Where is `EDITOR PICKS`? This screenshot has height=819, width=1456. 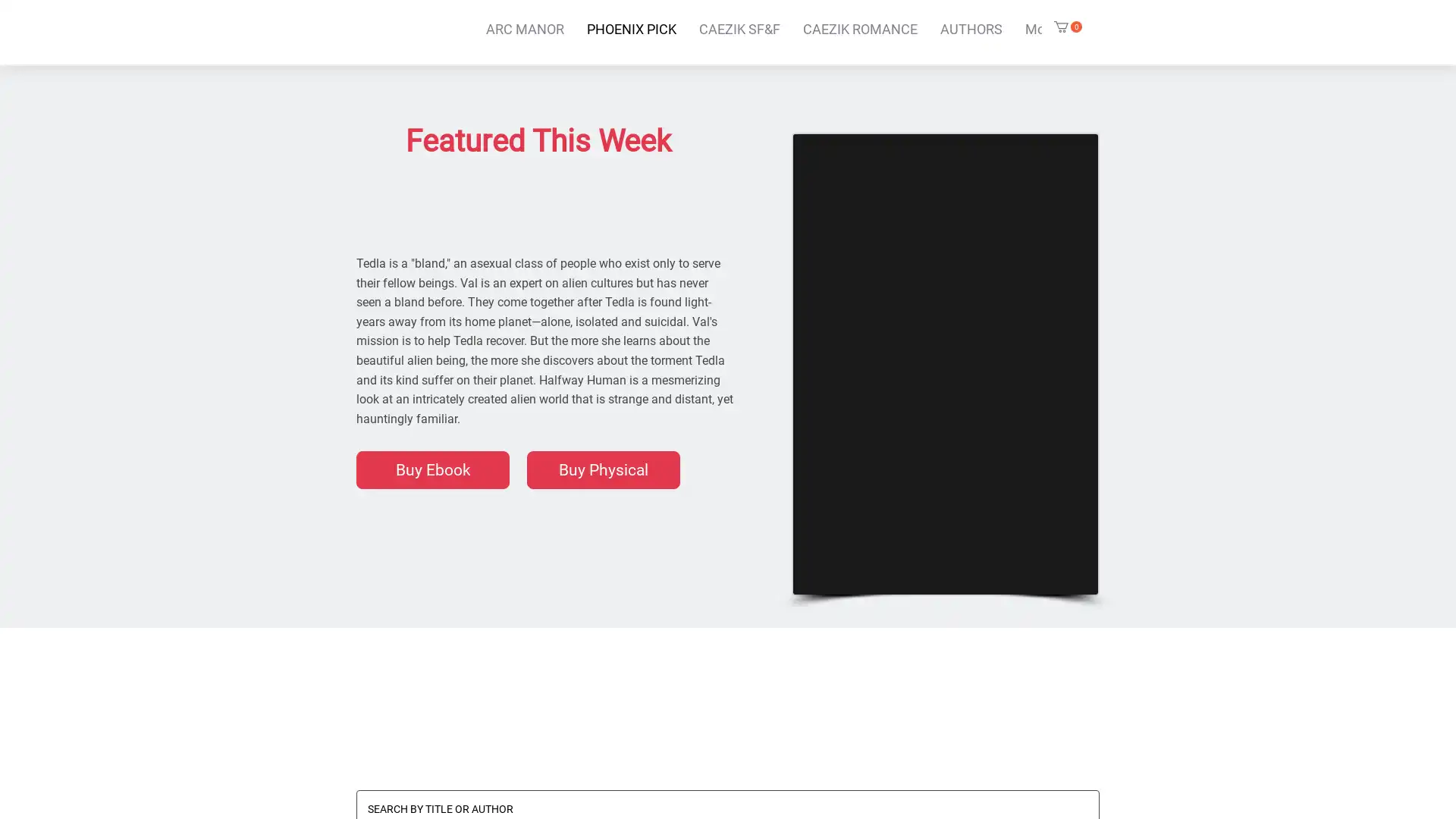 EDITOR PICKS is located at coordinates (629, 757).